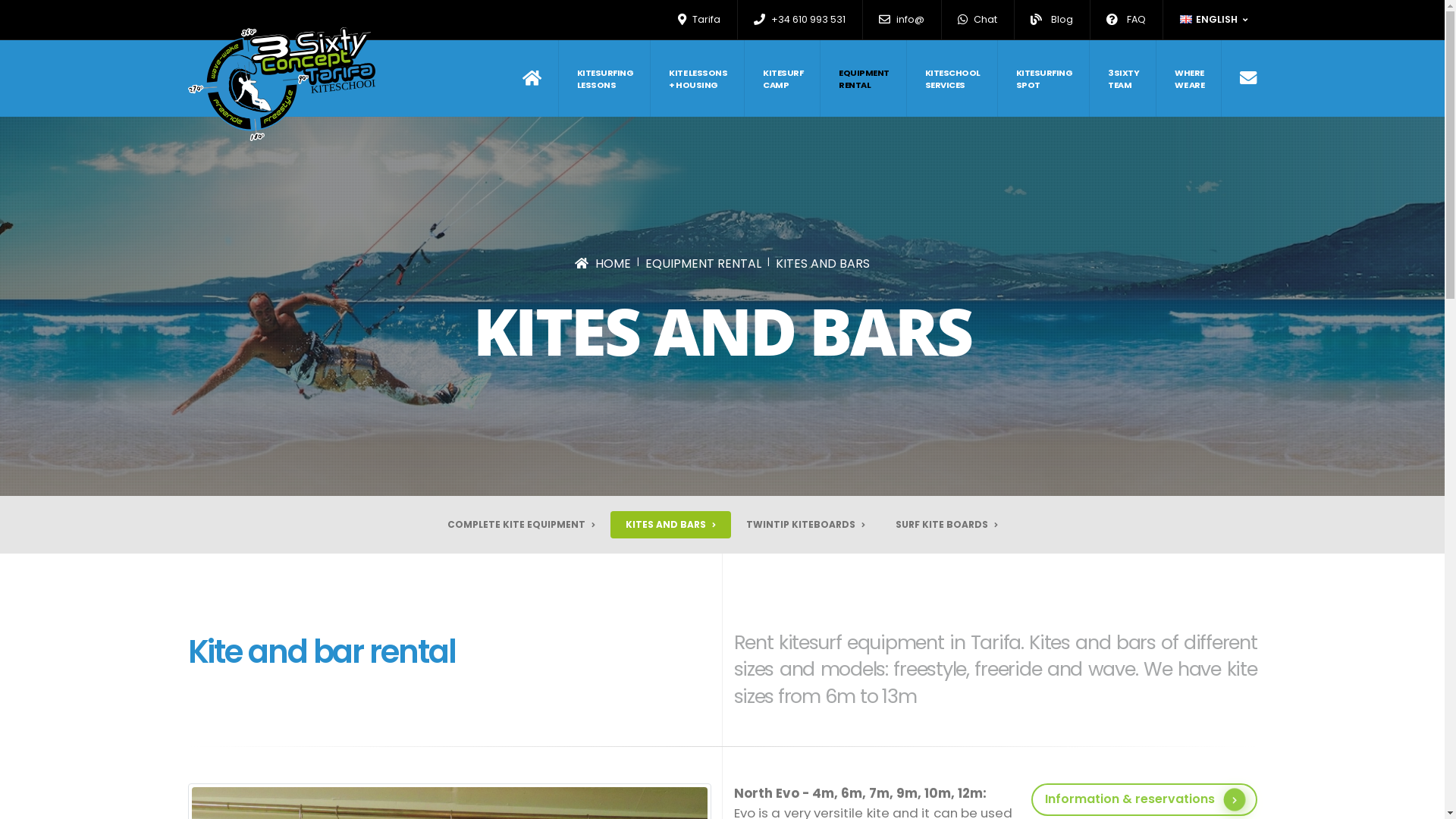 The height and width of the screenshot is (819, 1456). I want to click on 'KITESURF CAMP', so click(745, 78).